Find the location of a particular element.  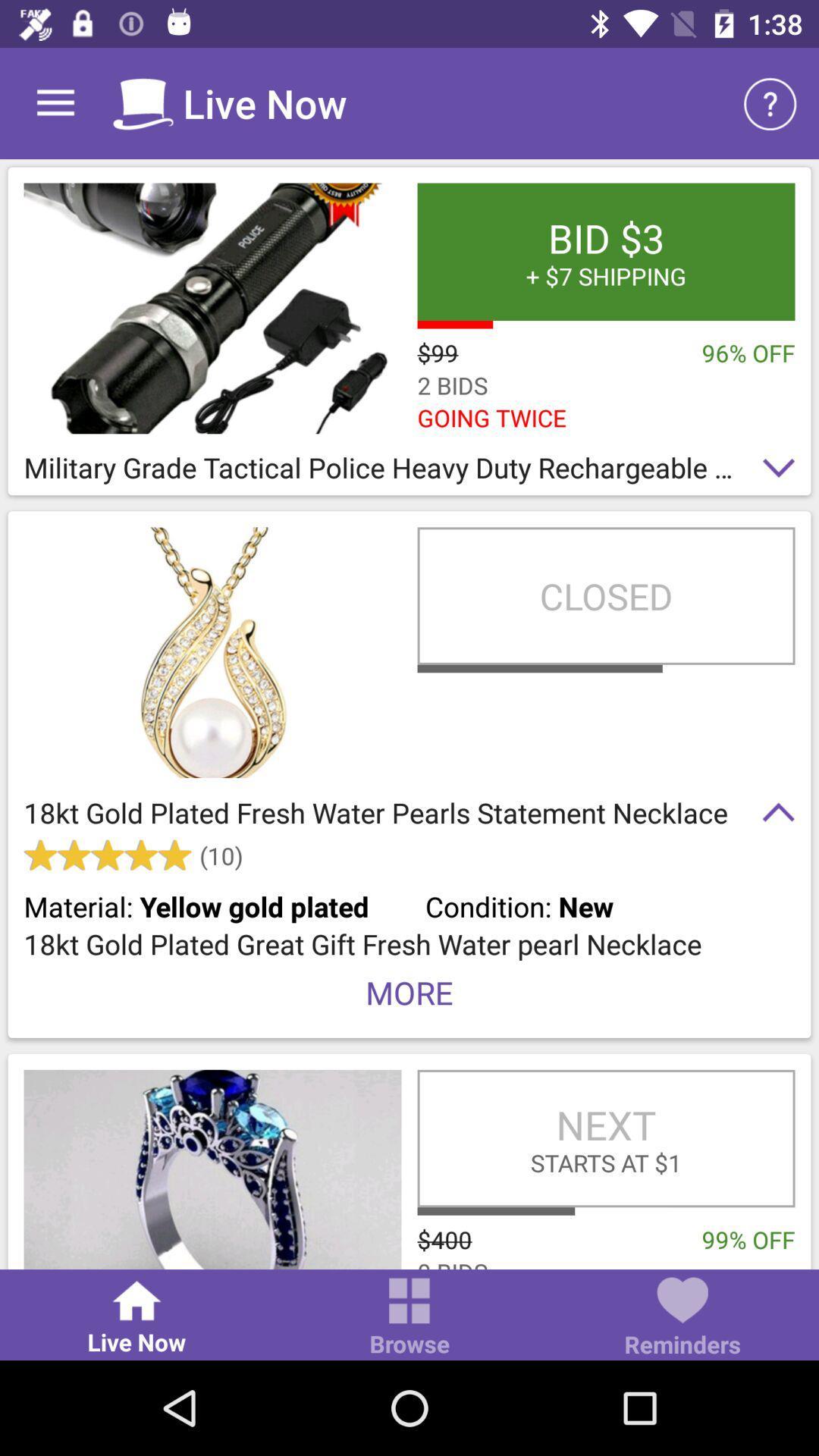

icon to the right of live now item is located at coordinates (409, 1317).